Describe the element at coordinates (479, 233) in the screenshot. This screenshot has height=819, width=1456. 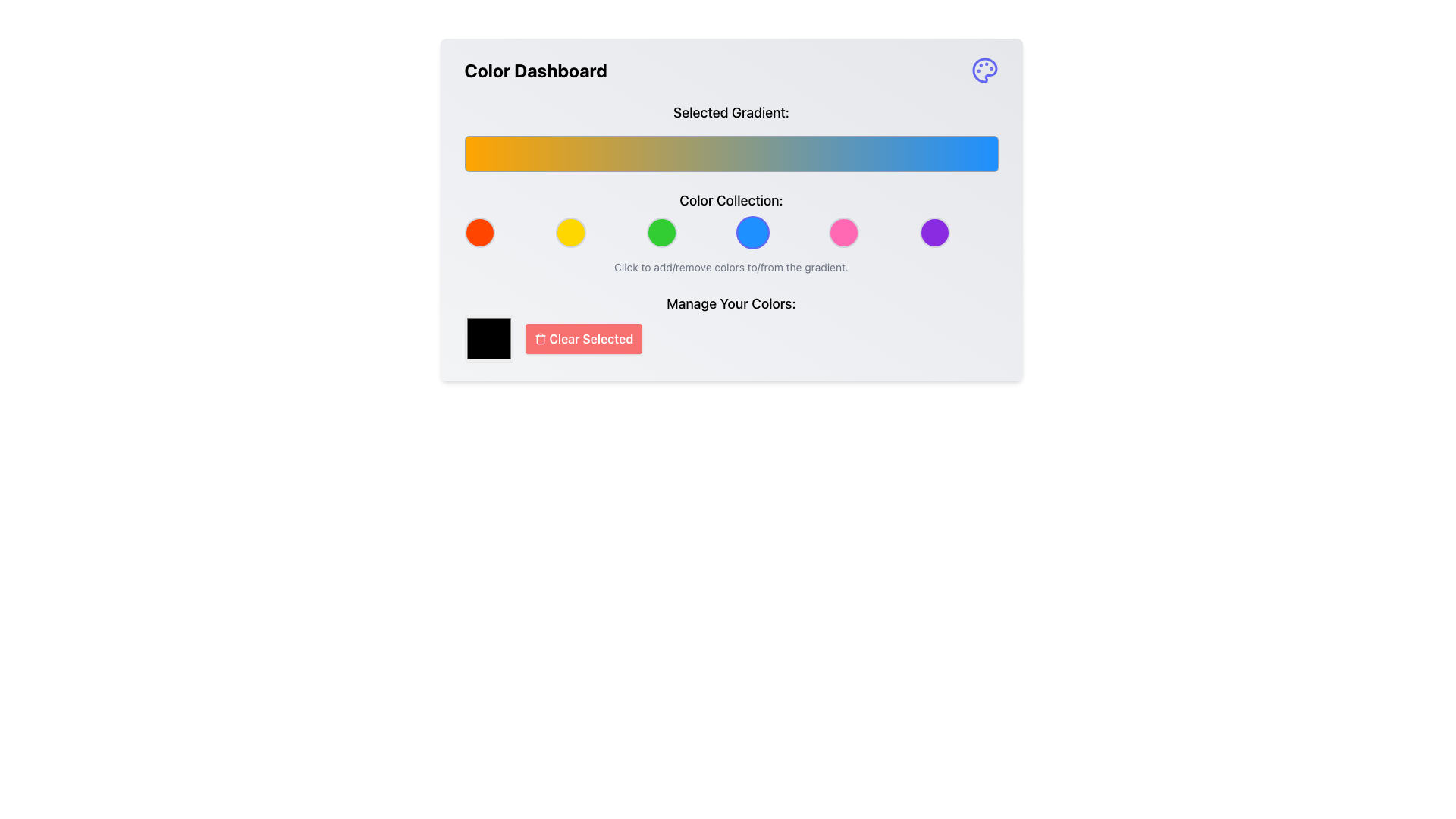
I see `the first circular button that serves as a selectable red color option` at that location.